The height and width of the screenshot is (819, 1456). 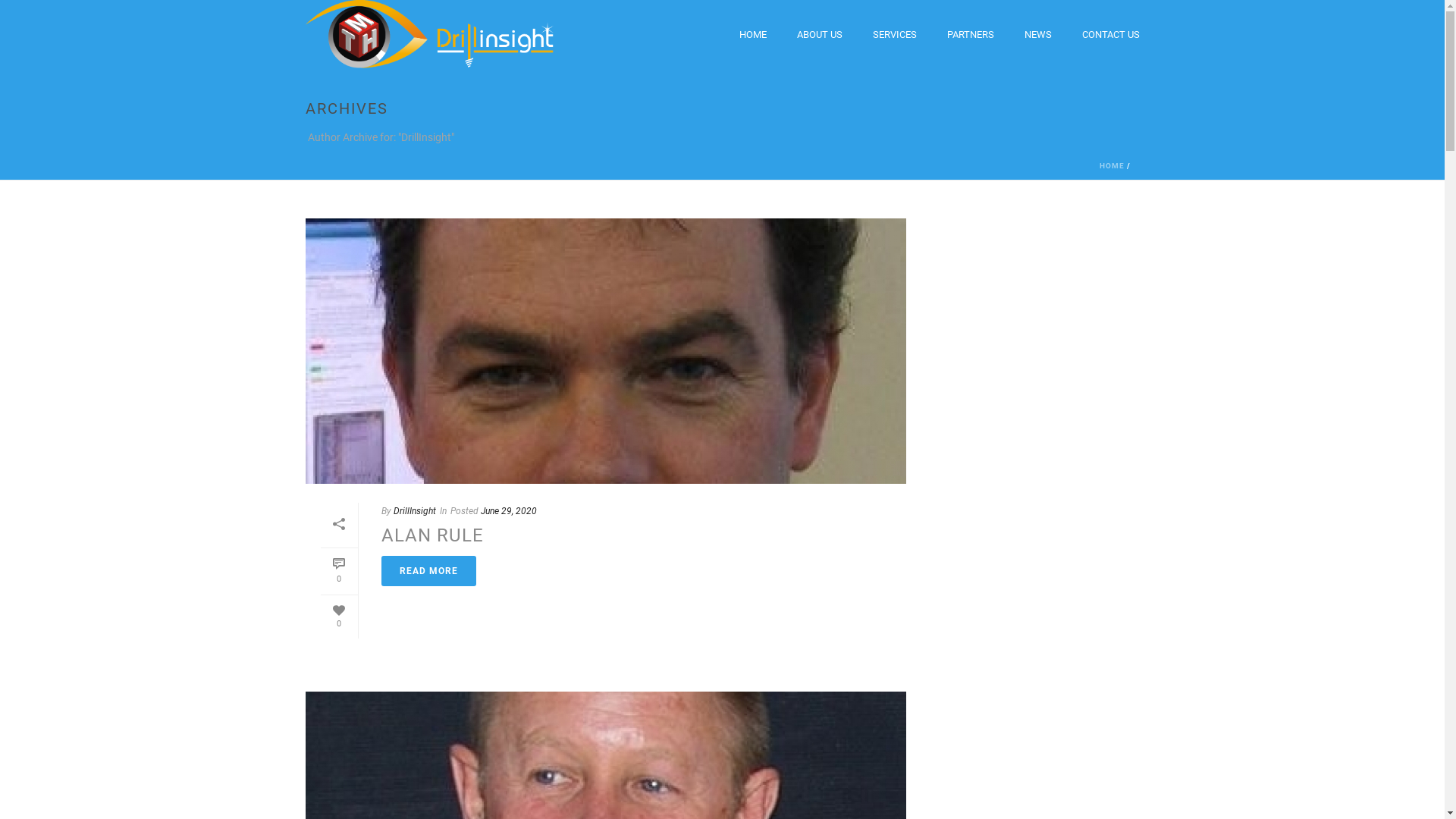 What do you see at coordinates (393, 511) in the screenshot?
I see `'DrillInsight'` at bounding box center [393, 511].